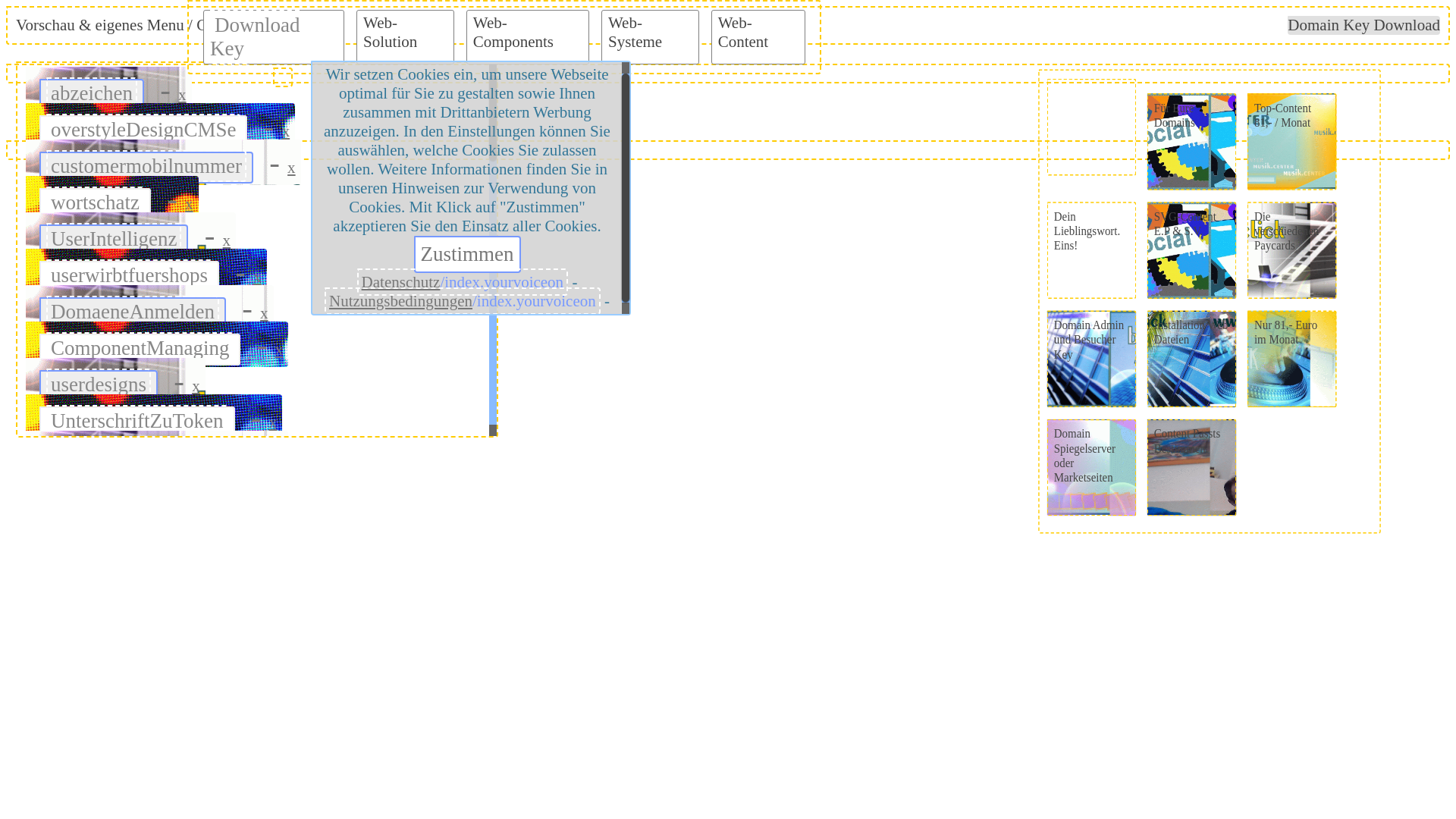 This screenshot has width=1456, height=819. I want to click on 'UnterschriftZuToken', so click(46, 421).